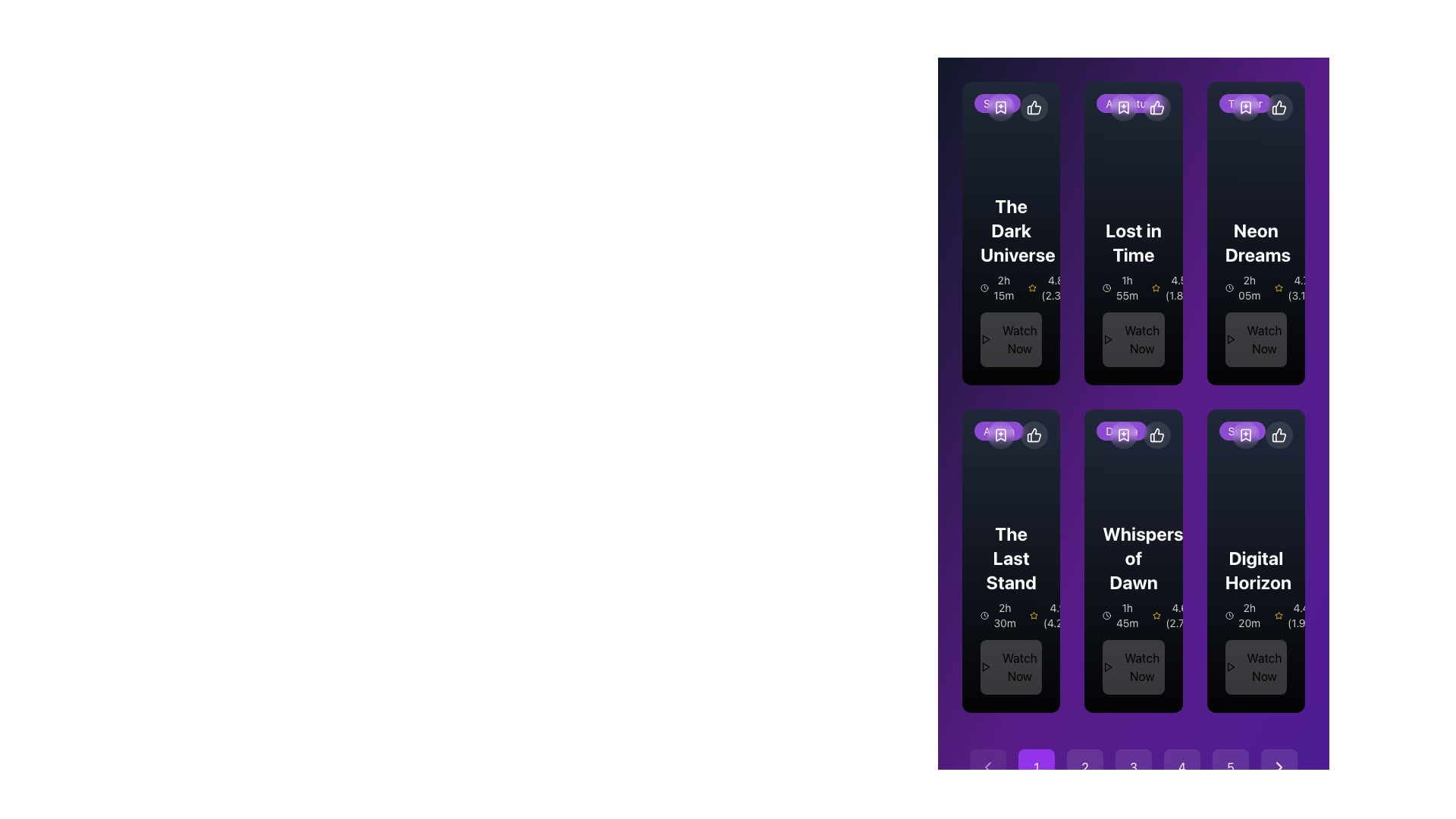 This screenshot has height=819, width=1456. I want to click on the text label that serves as the title of the movie or show in the first row, second column of the grid layout, so click(1133, 242).